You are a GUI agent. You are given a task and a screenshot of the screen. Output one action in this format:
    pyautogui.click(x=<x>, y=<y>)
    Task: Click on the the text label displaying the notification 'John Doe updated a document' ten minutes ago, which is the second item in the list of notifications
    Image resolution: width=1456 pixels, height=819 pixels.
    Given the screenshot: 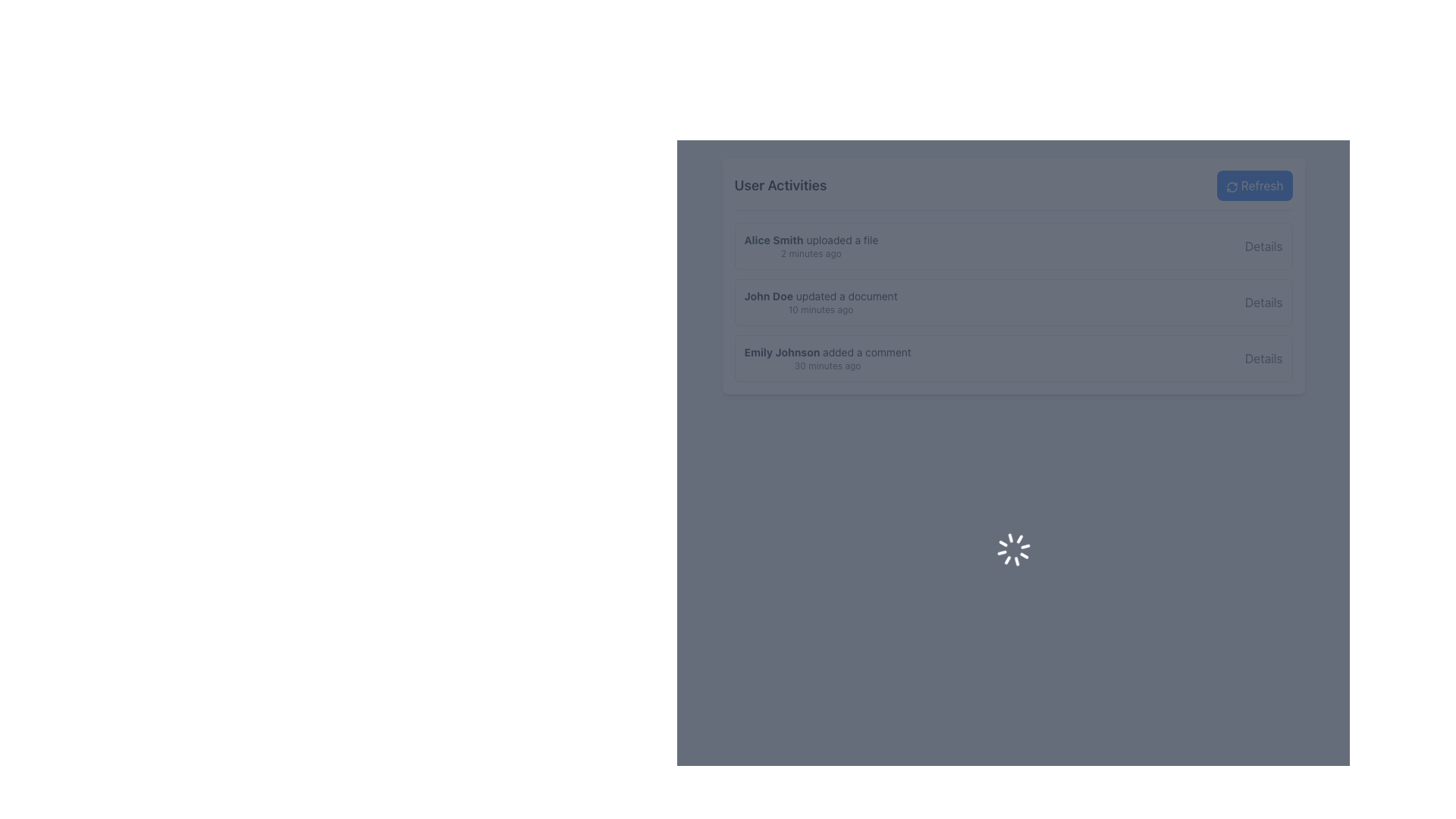 What is the action you would take?
    pyautogui.click(x=820, y=302)
    